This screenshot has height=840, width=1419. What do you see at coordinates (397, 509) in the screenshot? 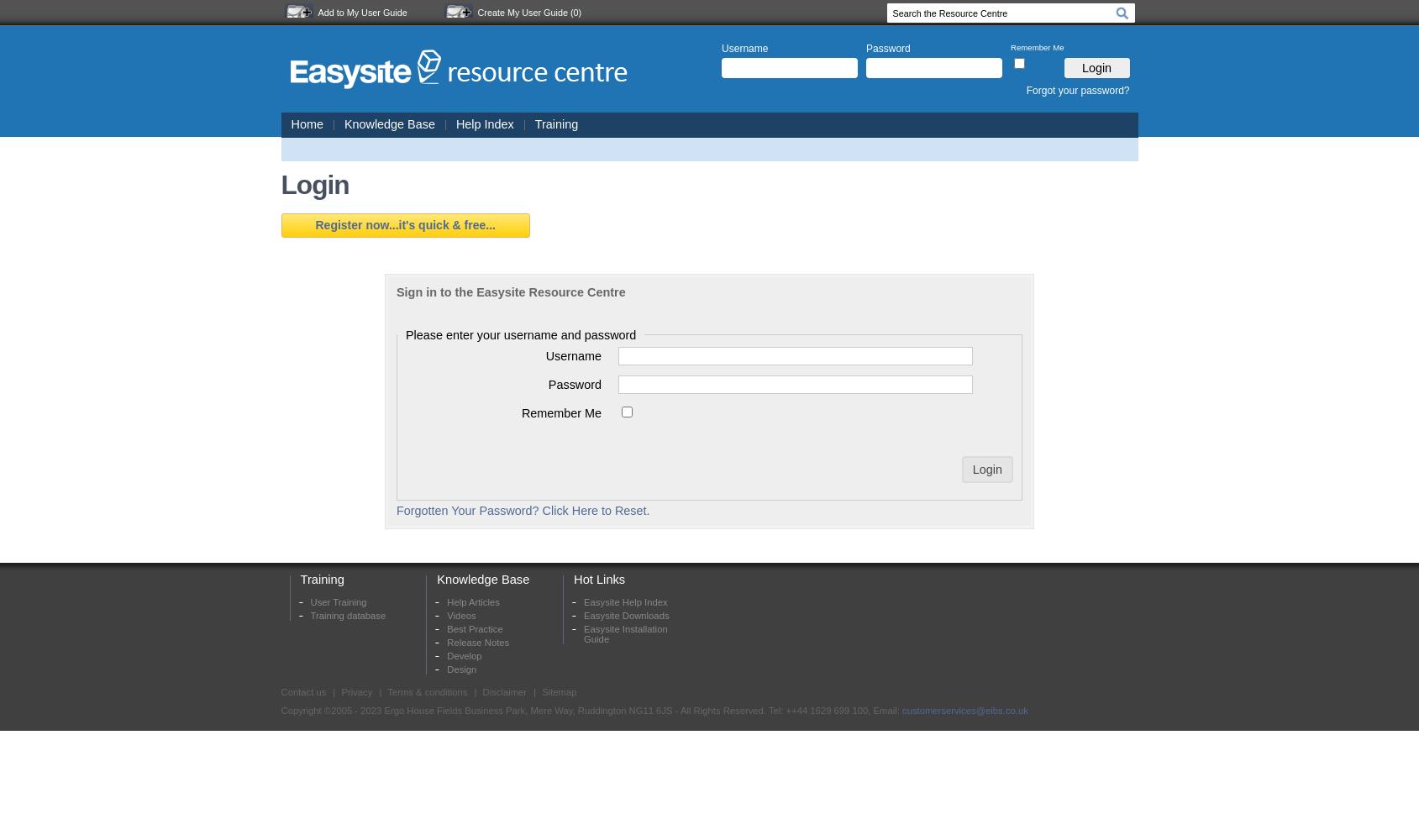
I see `'Forgotten Your Password? Click Here to Reset.'` at bounding box center [397, 509].